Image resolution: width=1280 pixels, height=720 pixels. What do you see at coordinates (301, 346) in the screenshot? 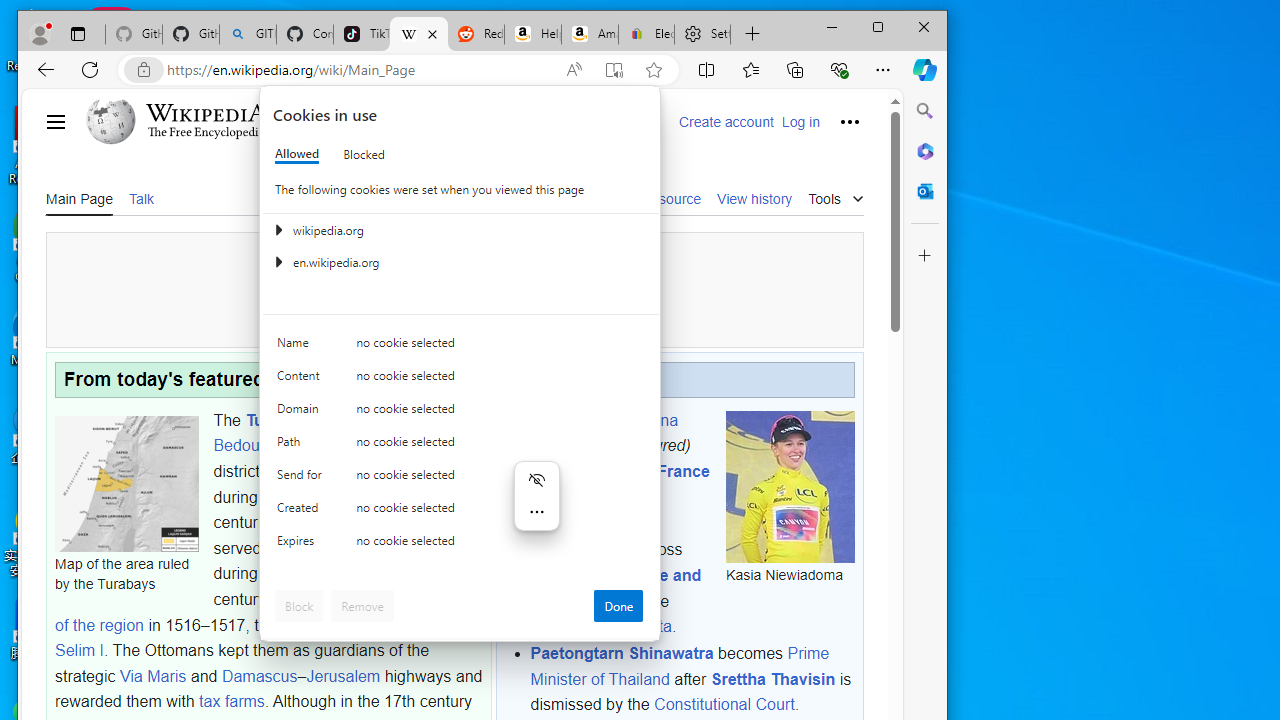
I see `'Name'` at bounding box center [301, 346].